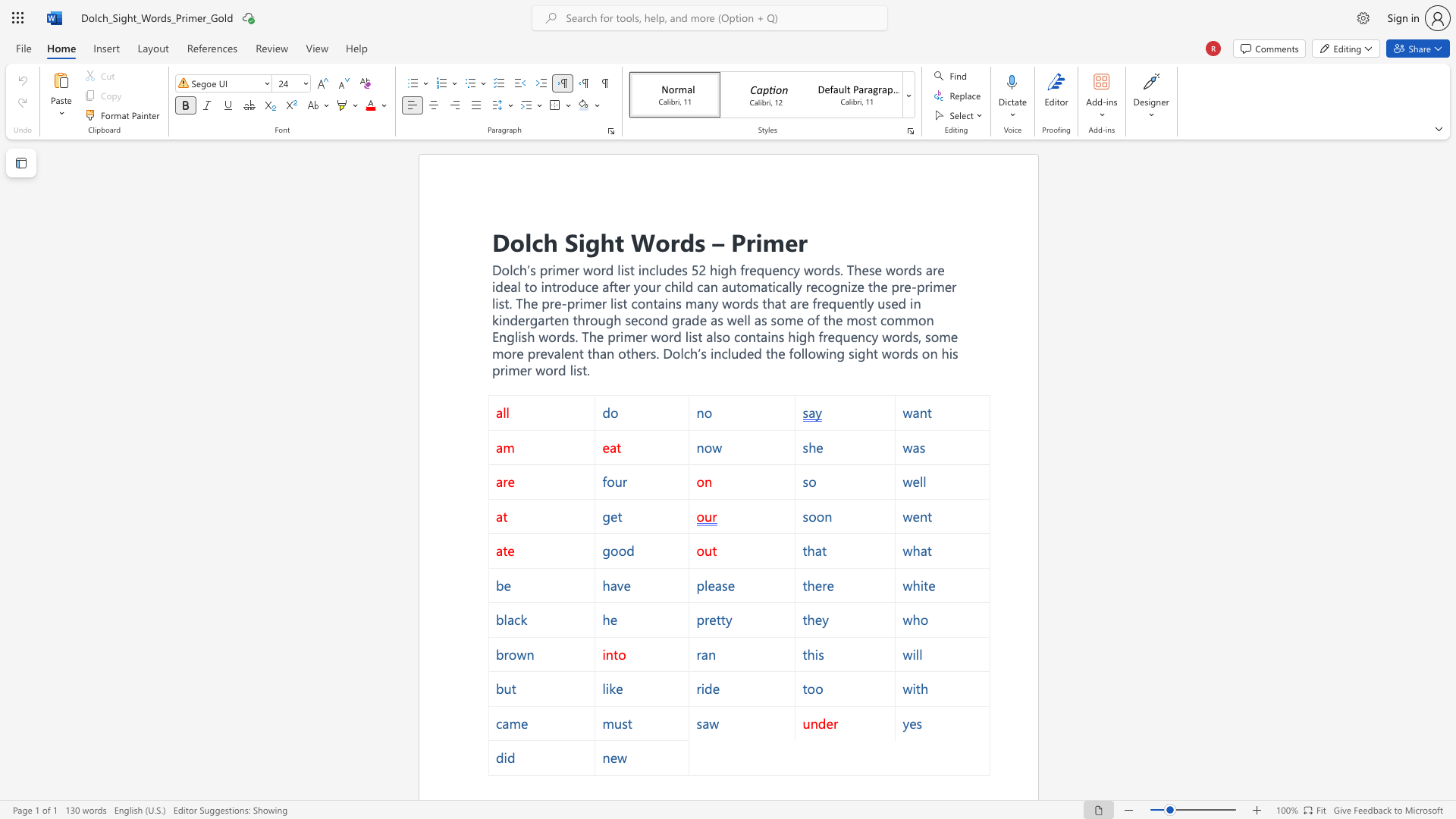 The width and height of the screenshot is (1456, 819). Describe the element at coordinates (507, 335) in the screenshot. I see `the subset text "glish words. The" within the text "used in kindergarten through second grade as well as some of the most common English words. The primer word list also"` at that location.